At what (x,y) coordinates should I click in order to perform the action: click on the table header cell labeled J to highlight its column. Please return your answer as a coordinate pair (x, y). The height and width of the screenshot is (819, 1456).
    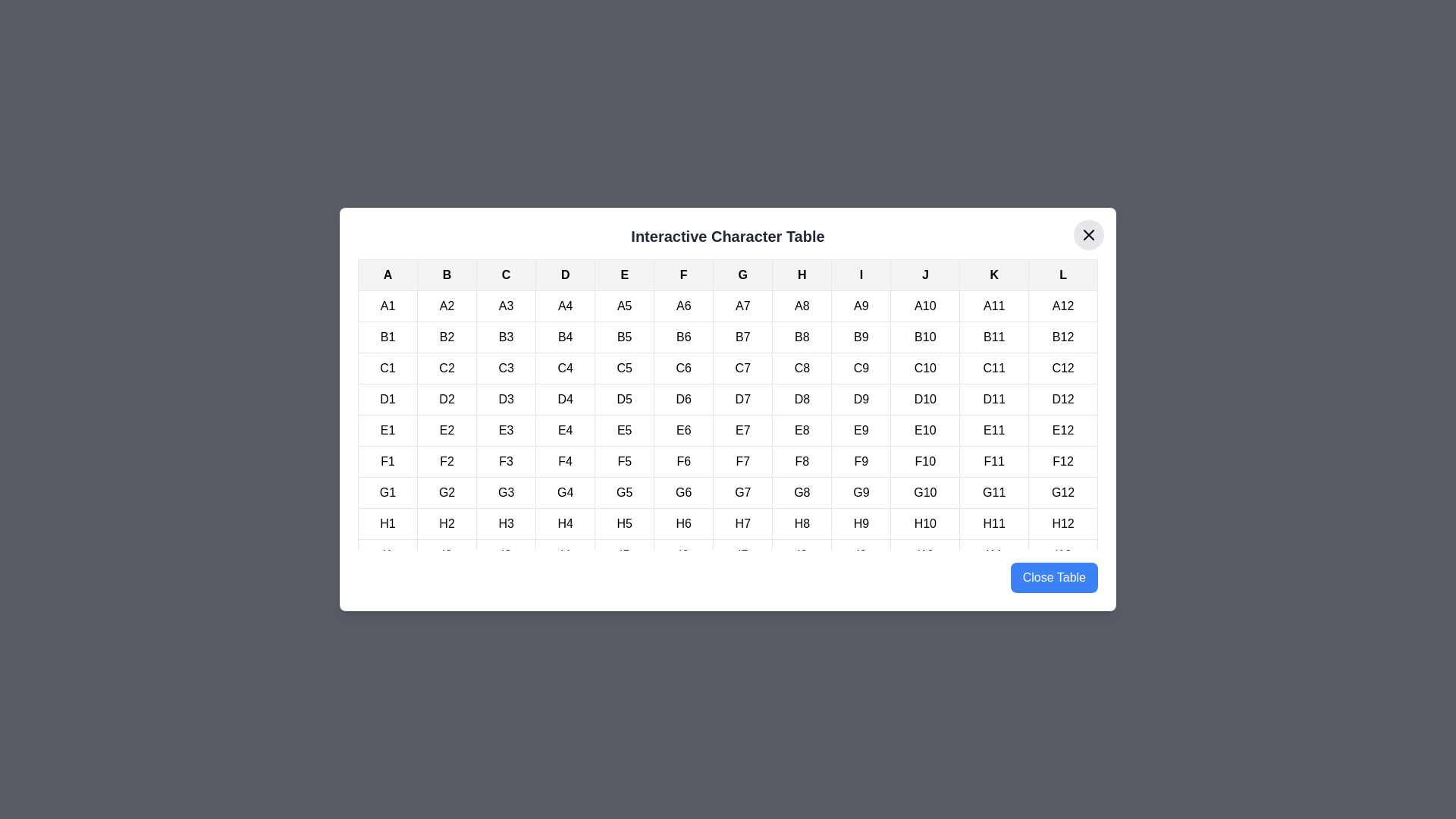
    Looking at the image, I should click on (924, 275).